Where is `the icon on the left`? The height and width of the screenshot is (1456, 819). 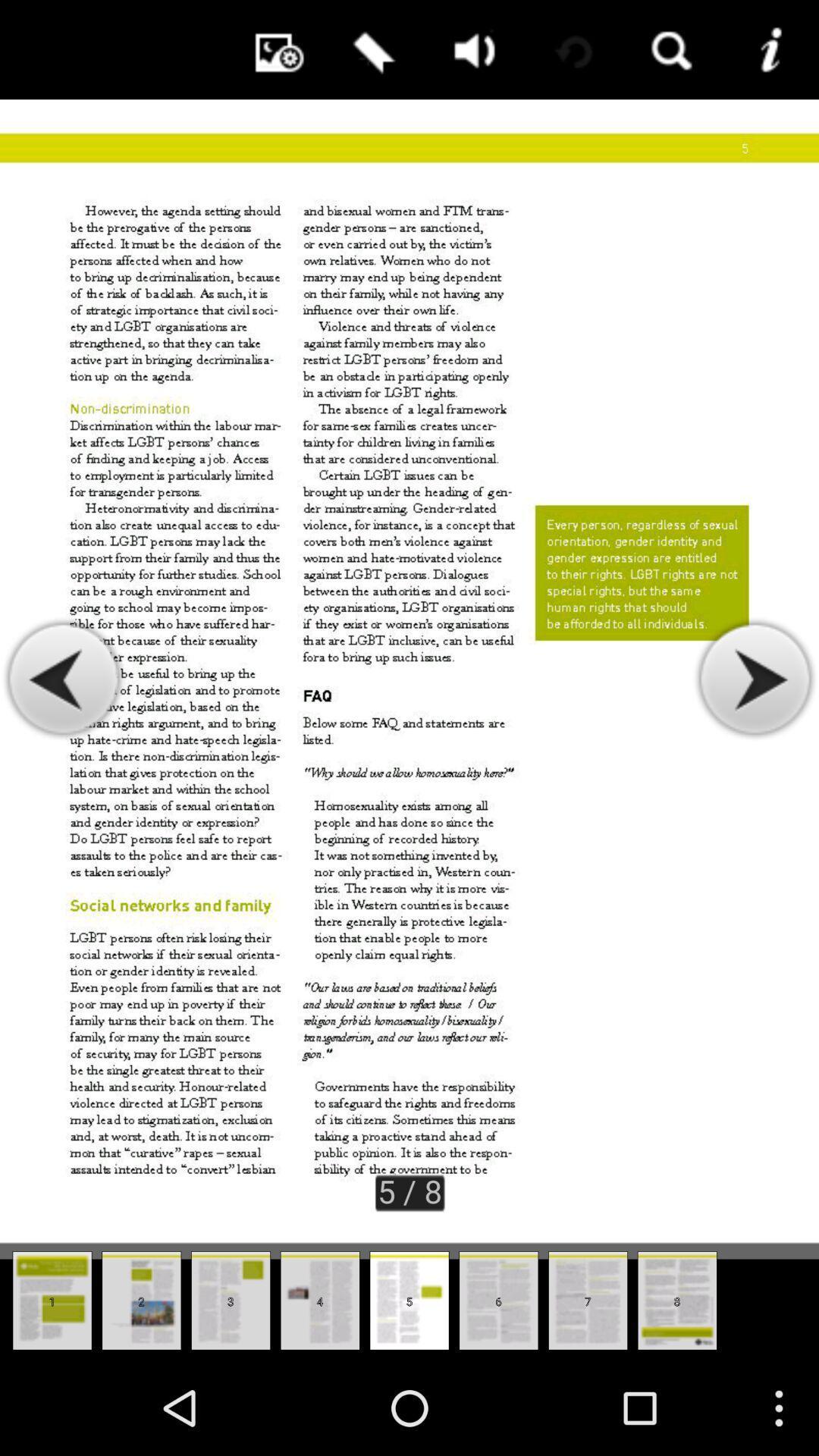
the icon on the left is located at coordinates (63, 679).